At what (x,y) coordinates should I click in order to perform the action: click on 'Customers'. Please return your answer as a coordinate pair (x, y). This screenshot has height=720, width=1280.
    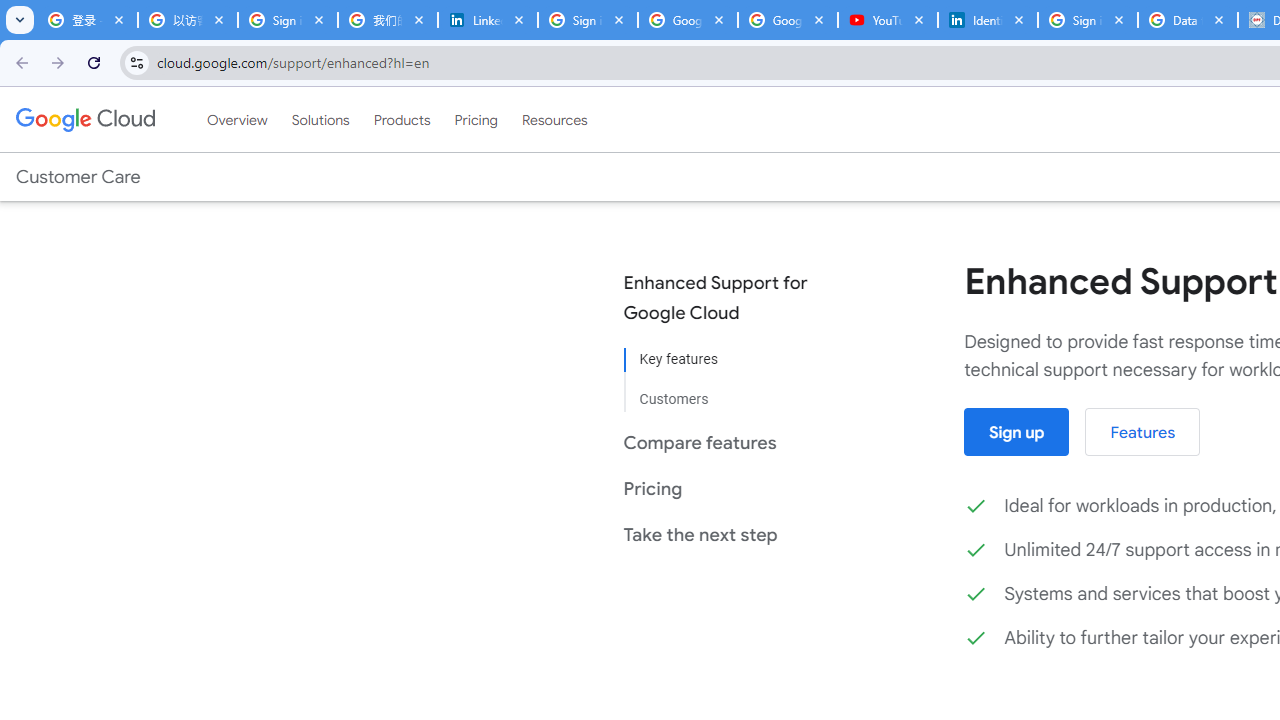
    Looking at the image, I should click on (729, 392).